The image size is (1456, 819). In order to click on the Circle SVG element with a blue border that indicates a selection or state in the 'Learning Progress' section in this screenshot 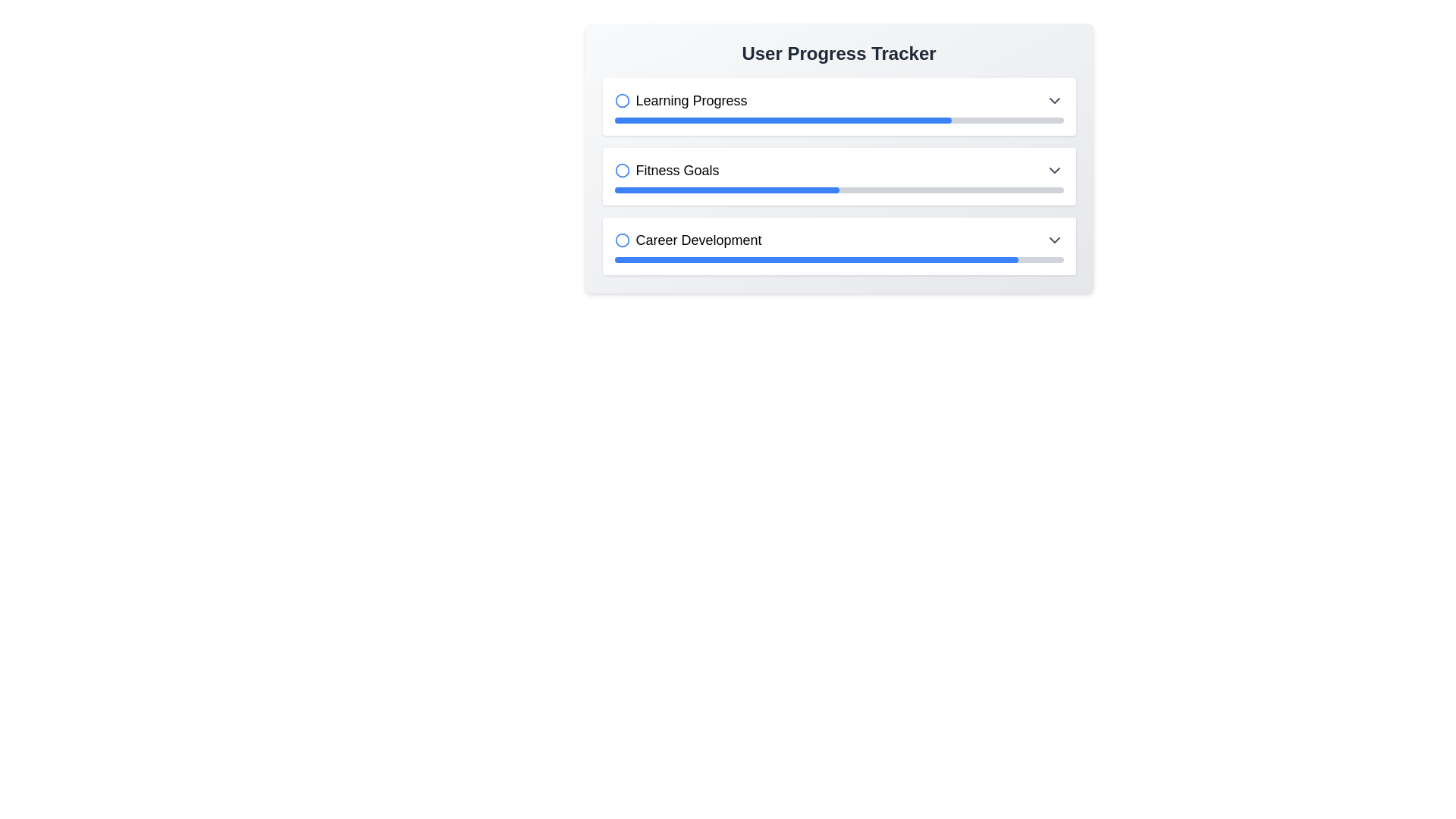, I will do `click(622, 100)`.